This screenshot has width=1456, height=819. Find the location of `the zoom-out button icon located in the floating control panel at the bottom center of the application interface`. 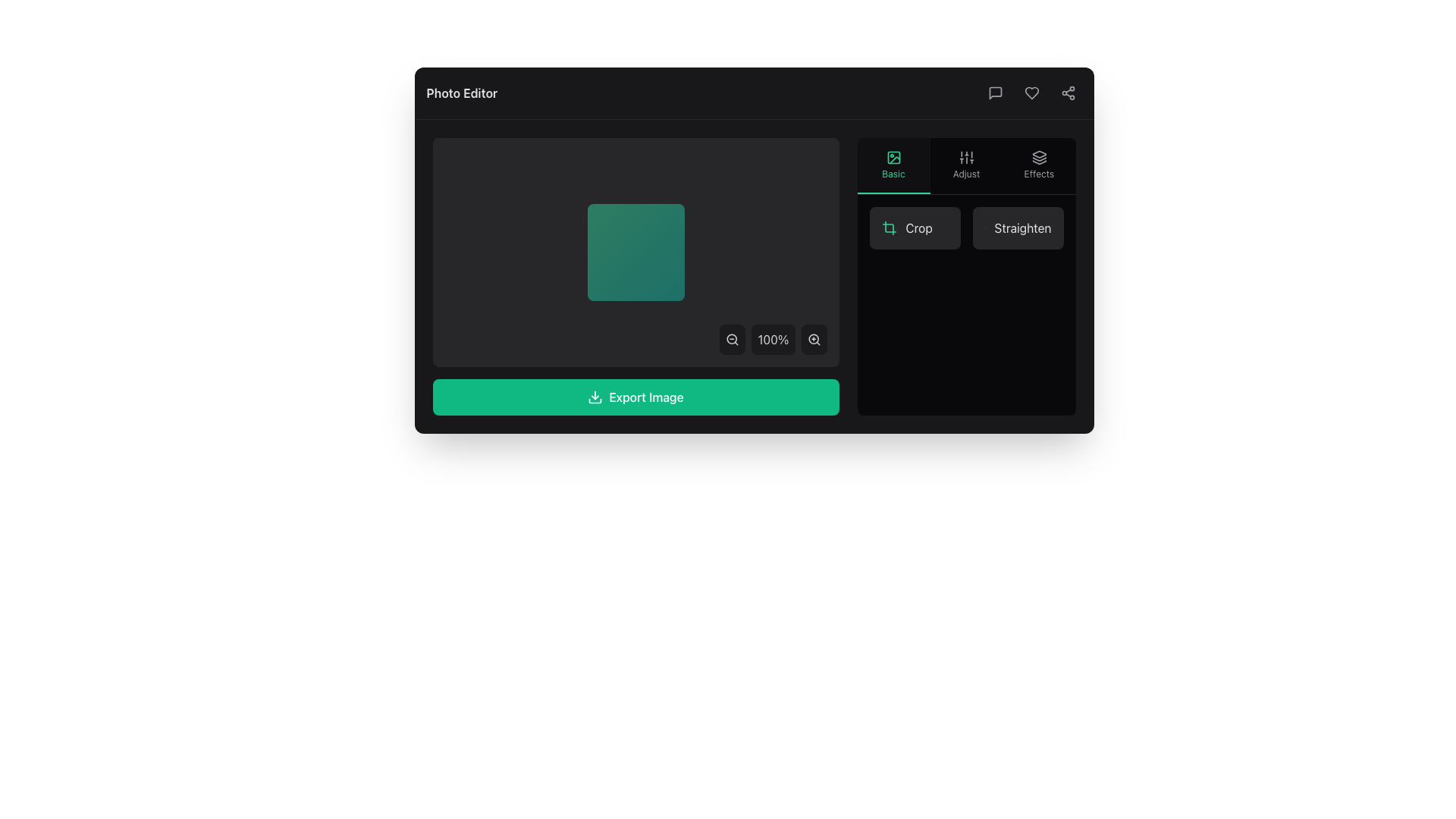

the zoom-out button icon located in the floating control panel at the bottom center of the application interface is located at coordinates (733, 338).